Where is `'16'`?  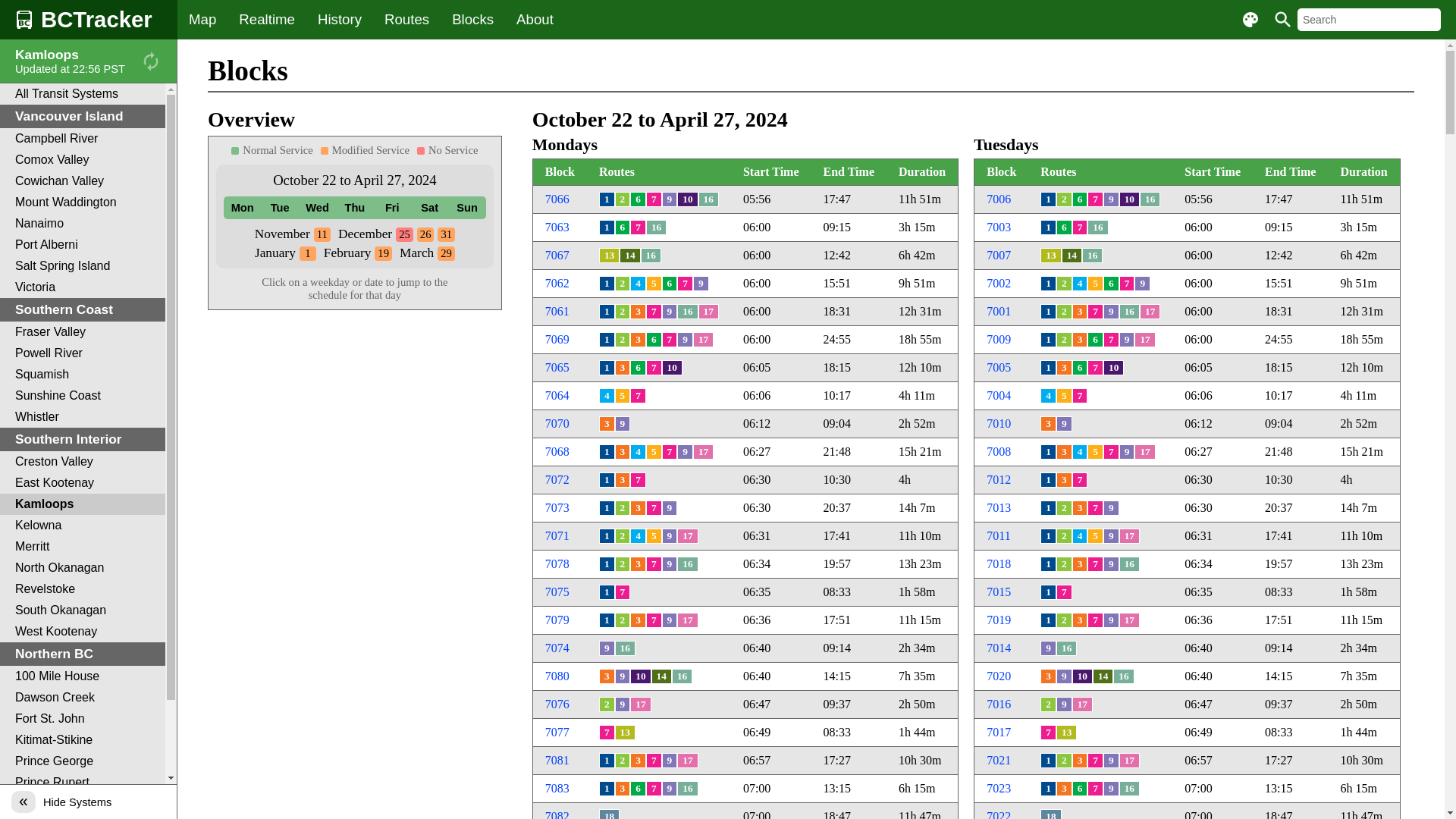
'16' is located at coordinates (1081, 254).